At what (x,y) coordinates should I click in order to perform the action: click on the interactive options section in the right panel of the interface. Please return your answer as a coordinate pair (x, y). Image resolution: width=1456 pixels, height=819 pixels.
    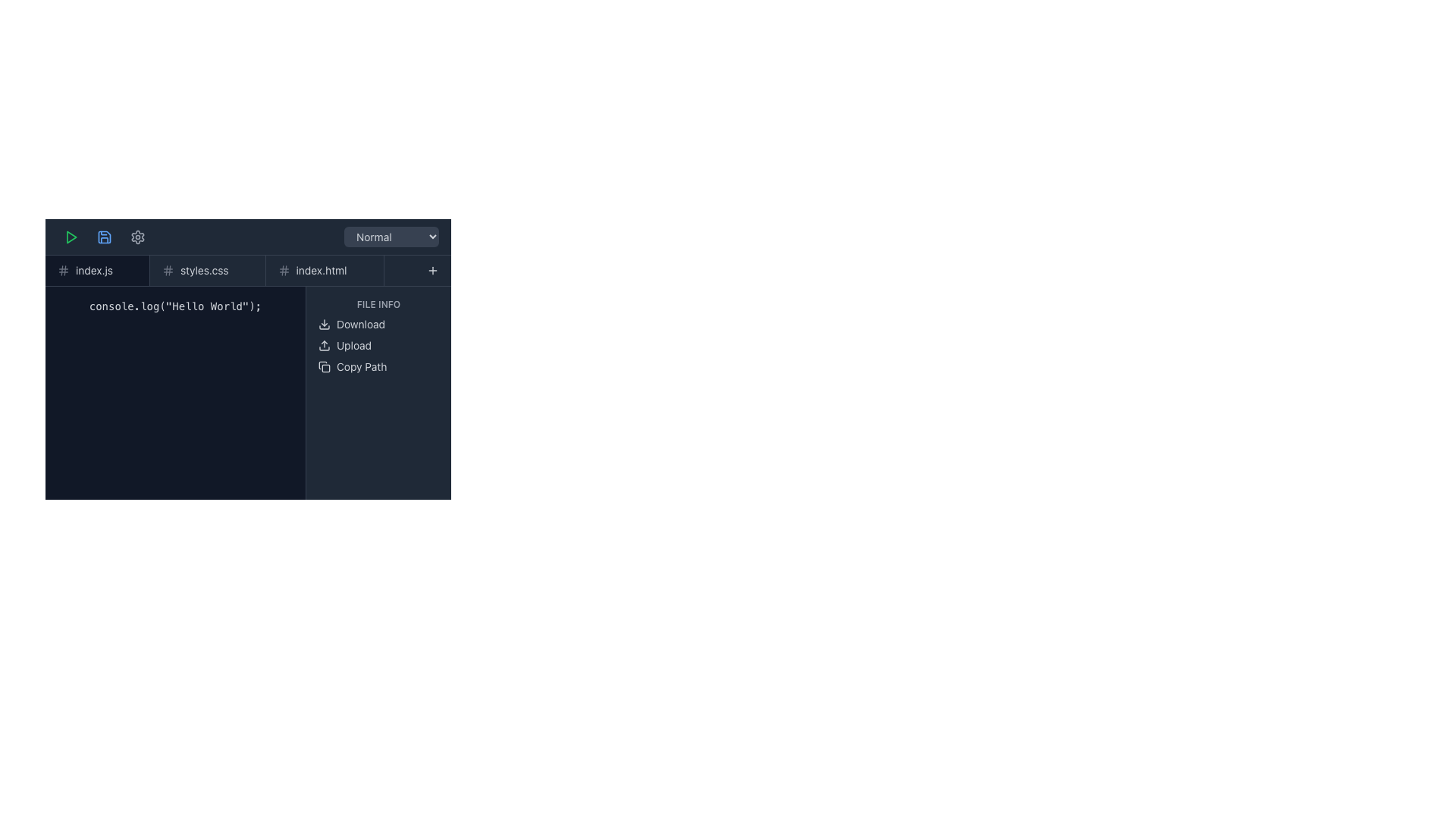
    Looking at the image, I should click on (378, 335).